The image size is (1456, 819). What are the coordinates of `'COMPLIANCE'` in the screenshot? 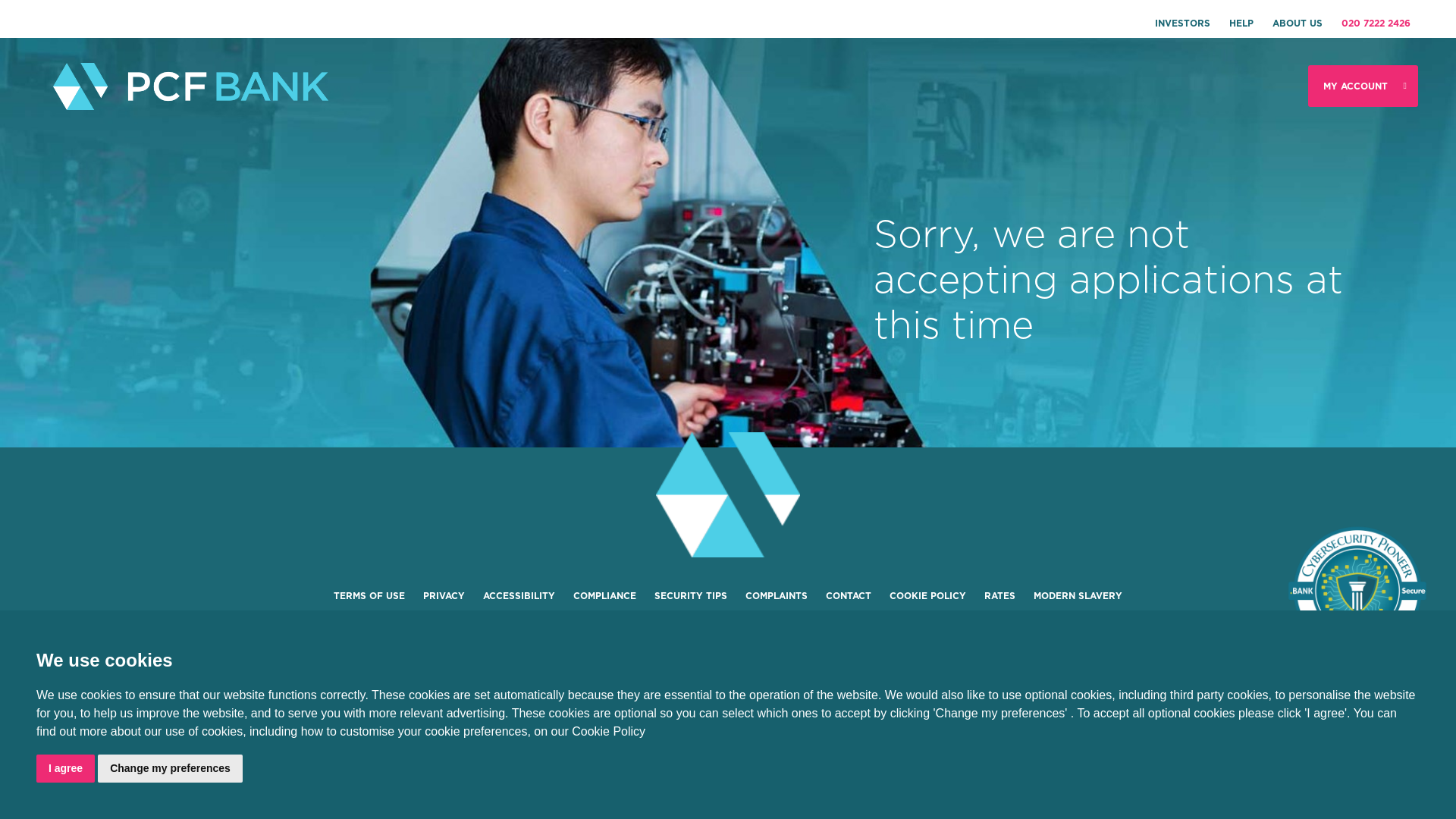 It's located at (604, 595).